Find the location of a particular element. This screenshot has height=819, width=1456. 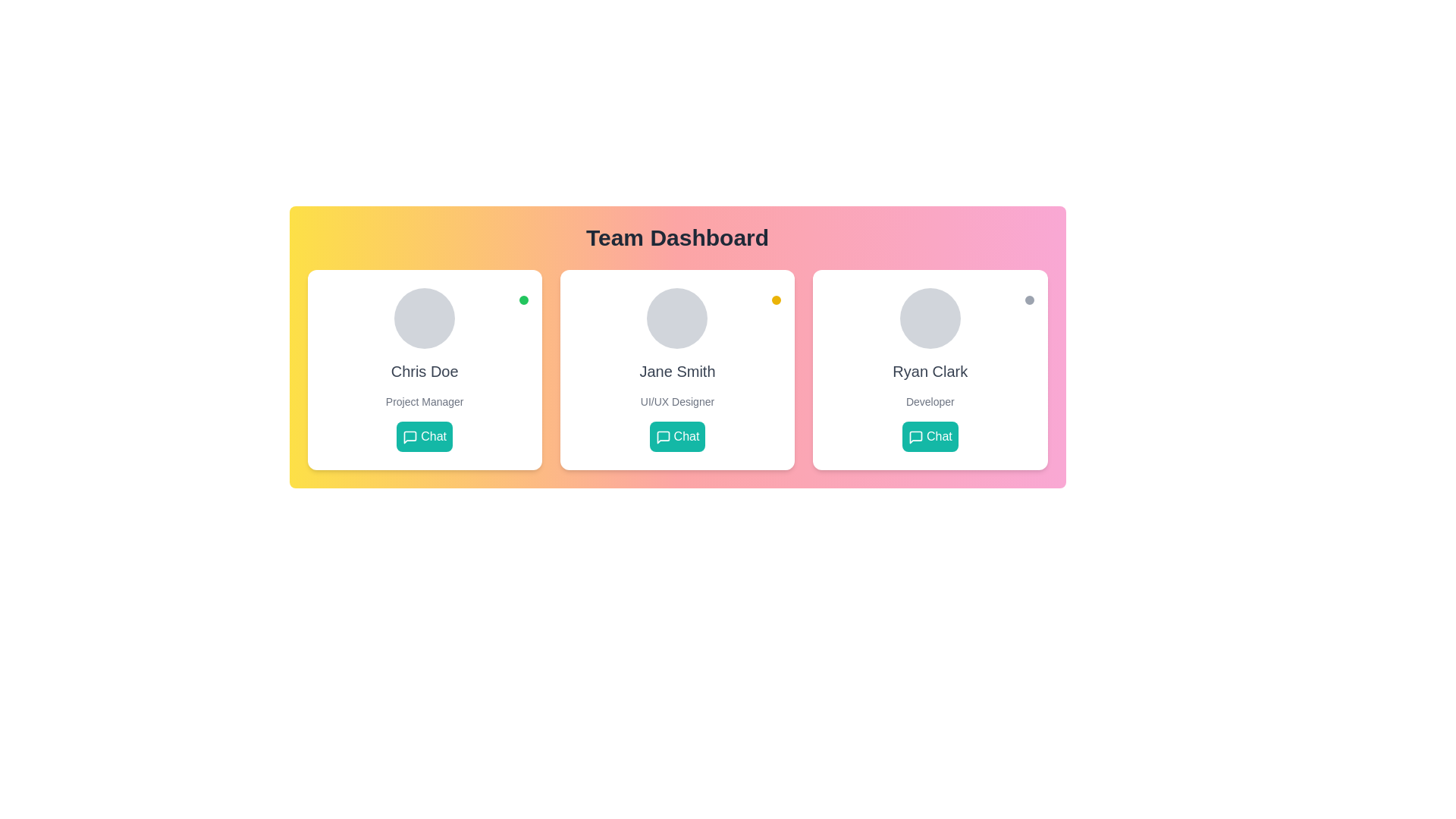

the 'Chat' button icon located at the bottom of Jane Smith's card in the Team Dashboard interface is located at coordinates (663, 437).